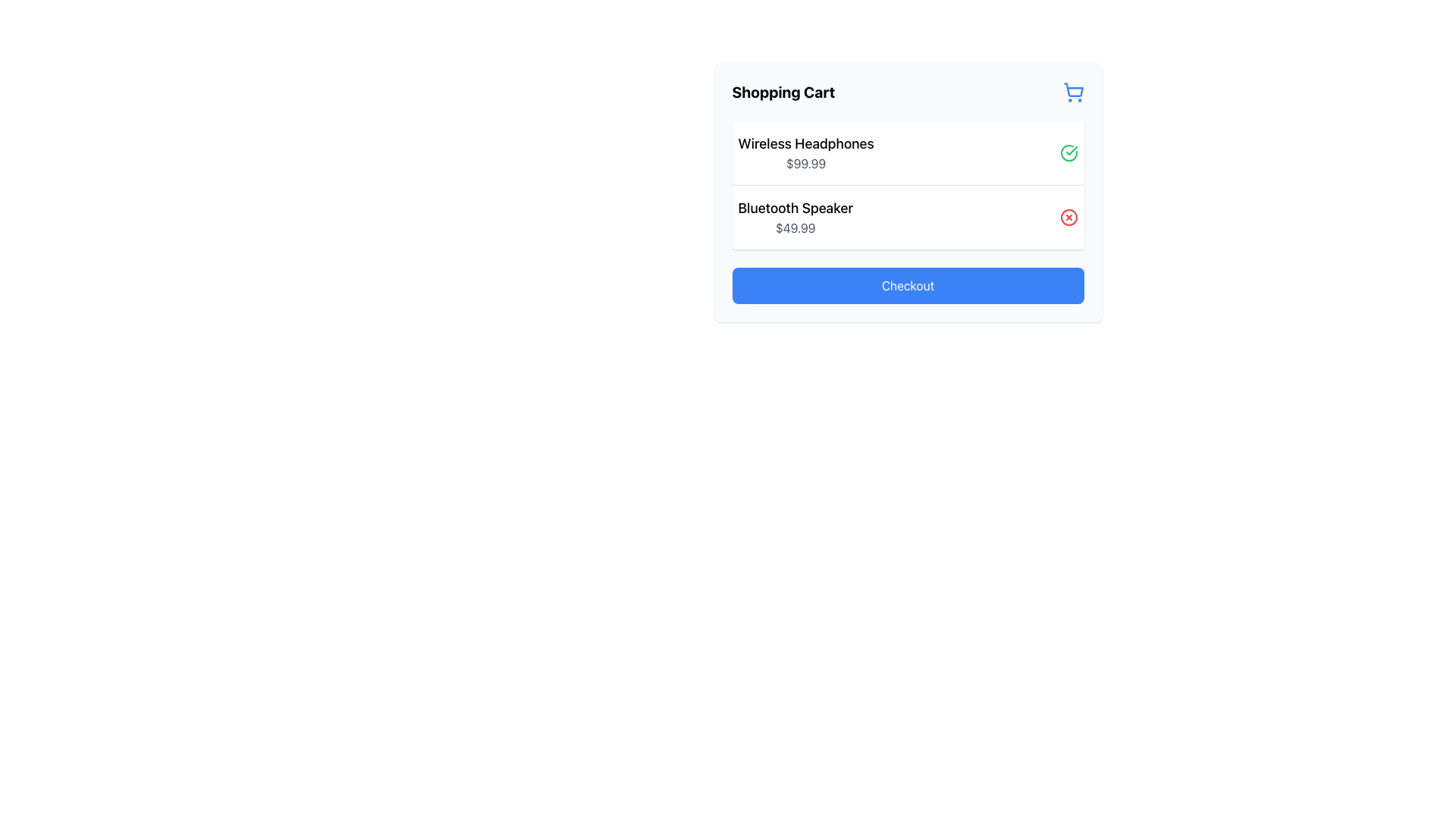  I want to click on the blue shopping cart icon located in the top-right corner, adjacent to the 'Shopping Cart' title, so click(1072, 93).